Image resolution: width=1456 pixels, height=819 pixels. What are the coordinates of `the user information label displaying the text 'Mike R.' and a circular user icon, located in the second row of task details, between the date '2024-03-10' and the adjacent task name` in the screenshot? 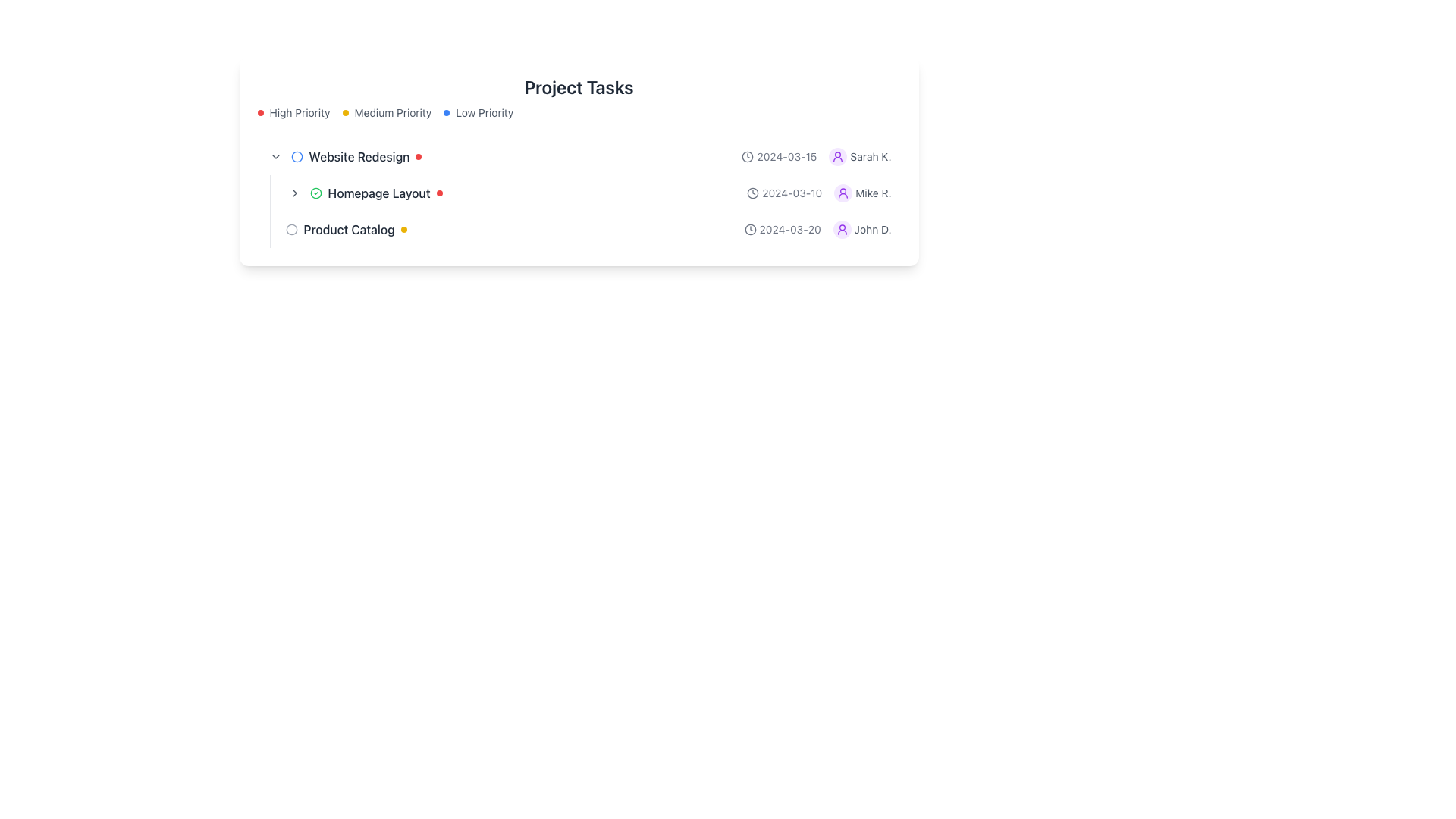 It's located at (862, 192).